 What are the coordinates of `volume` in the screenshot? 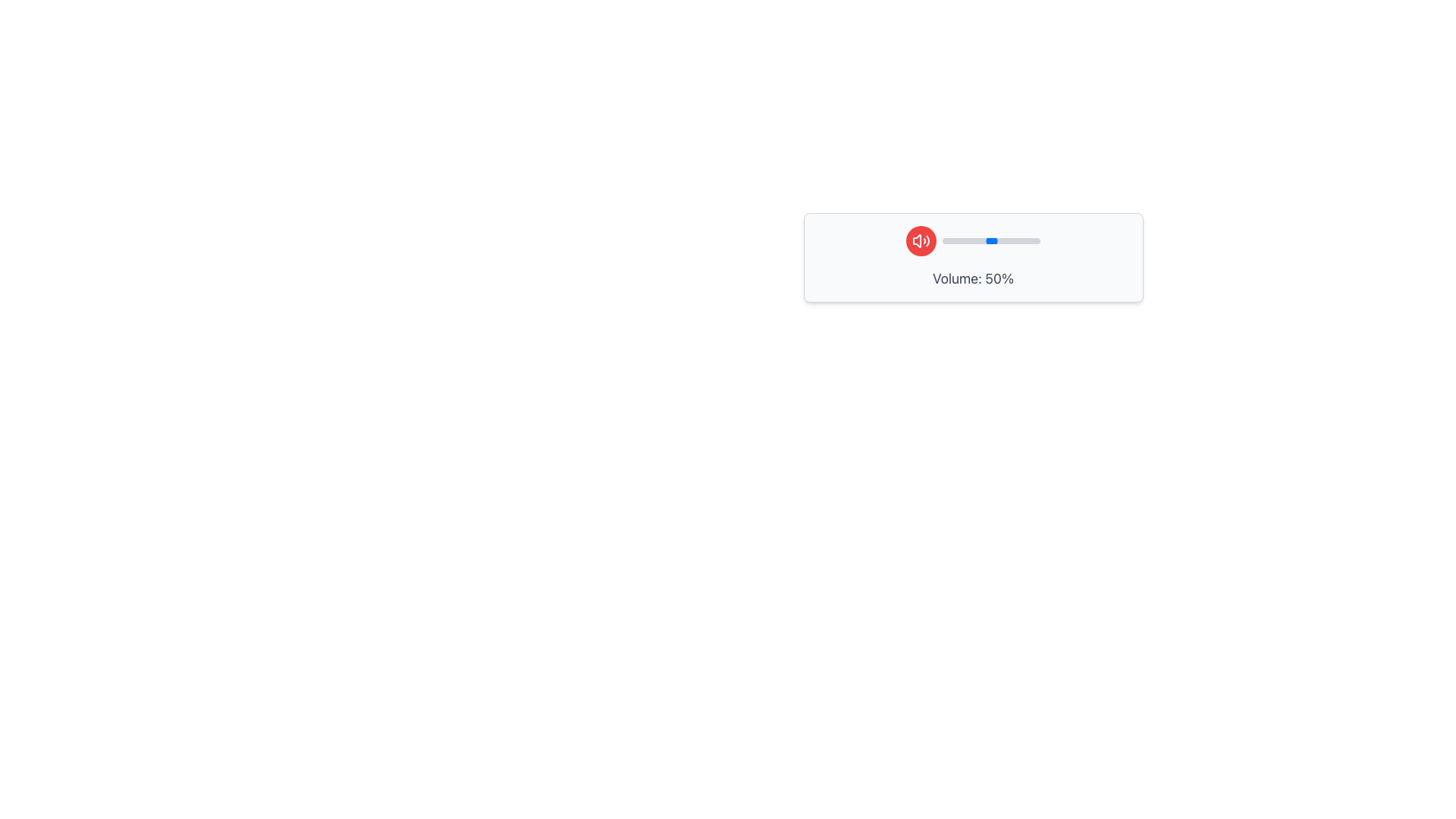 It's located at (1035, 240).